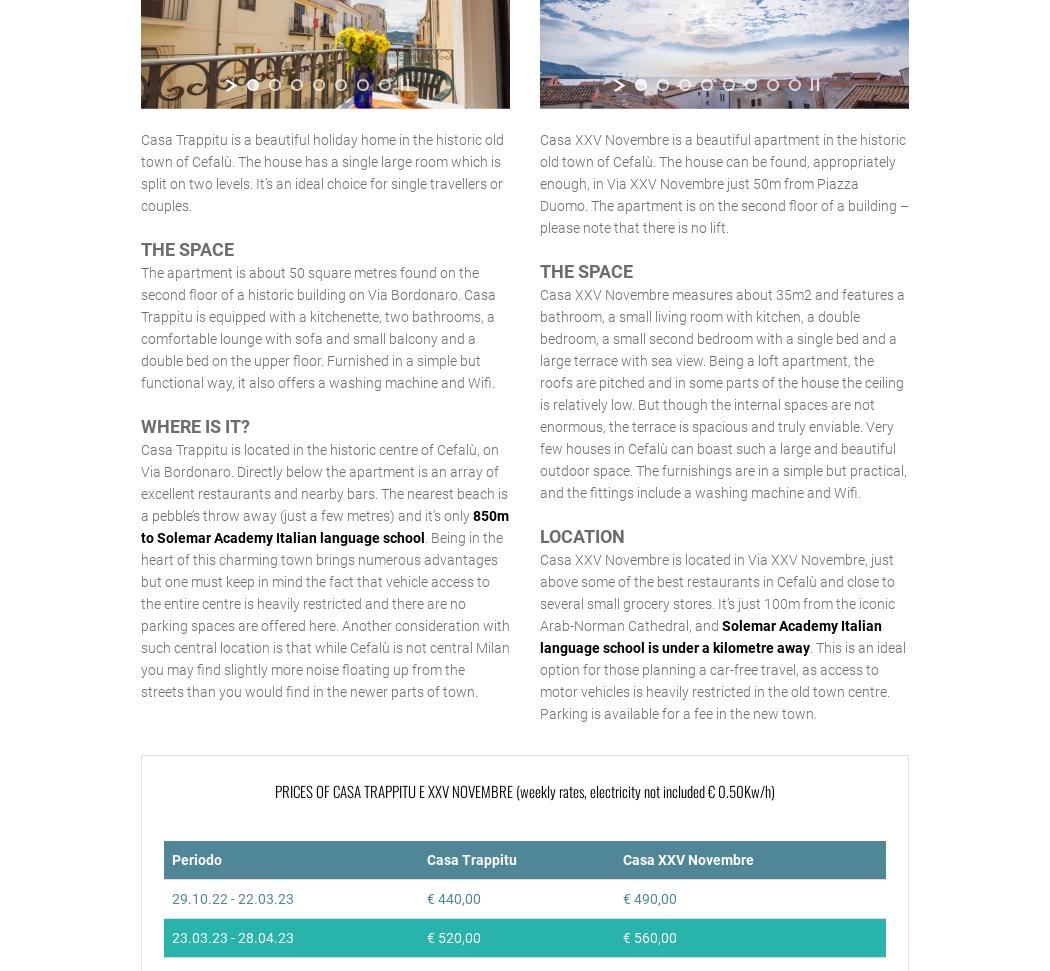 This screenshot has height=971, width=1050. What do you see at coordinates (195, 858) in the screenshot?
I see `'Periodo'` at bounding box center [195, 858].